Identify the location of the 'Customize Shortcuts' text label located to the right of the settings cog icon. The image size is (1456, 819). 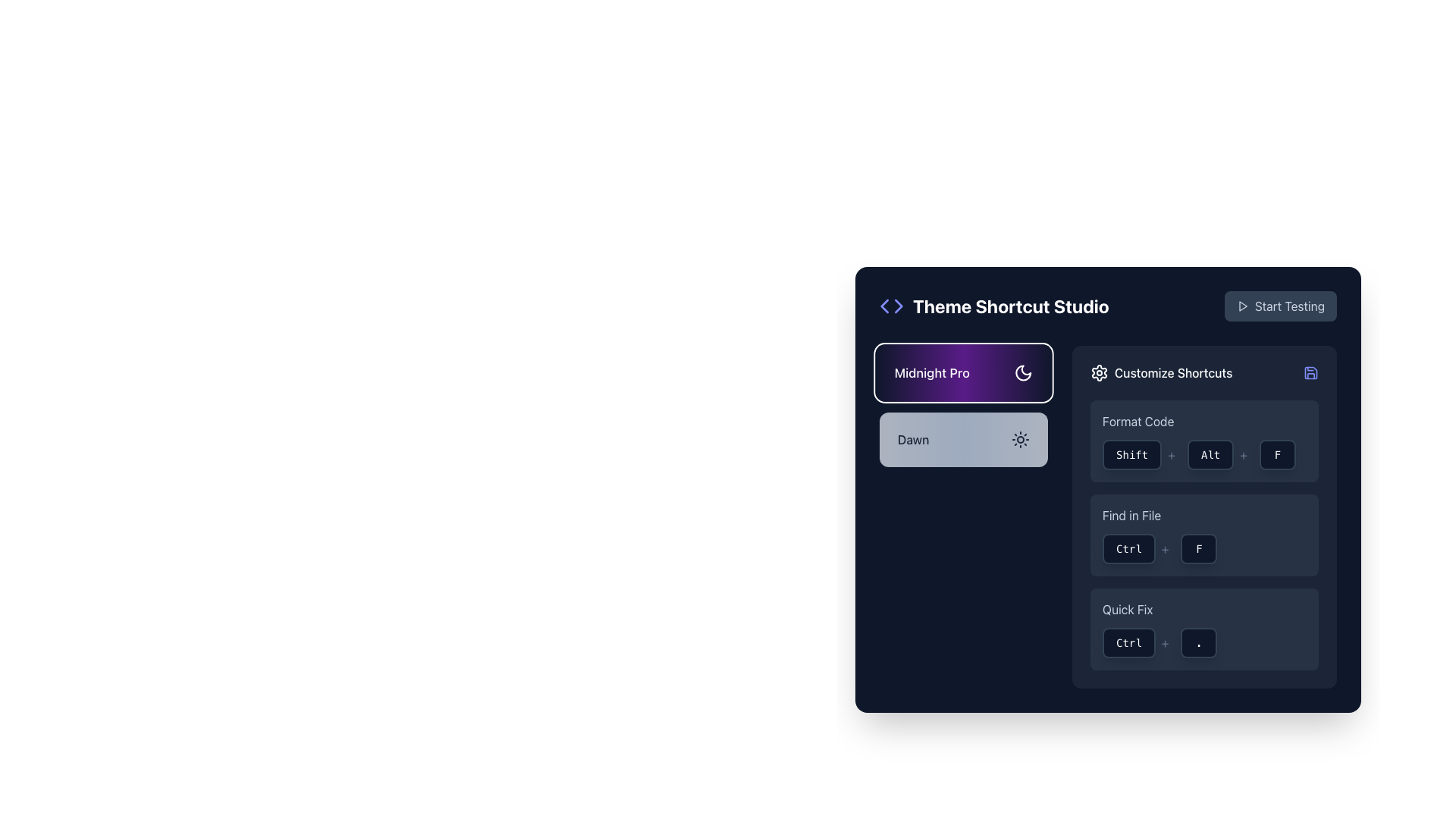
(1172, 373).